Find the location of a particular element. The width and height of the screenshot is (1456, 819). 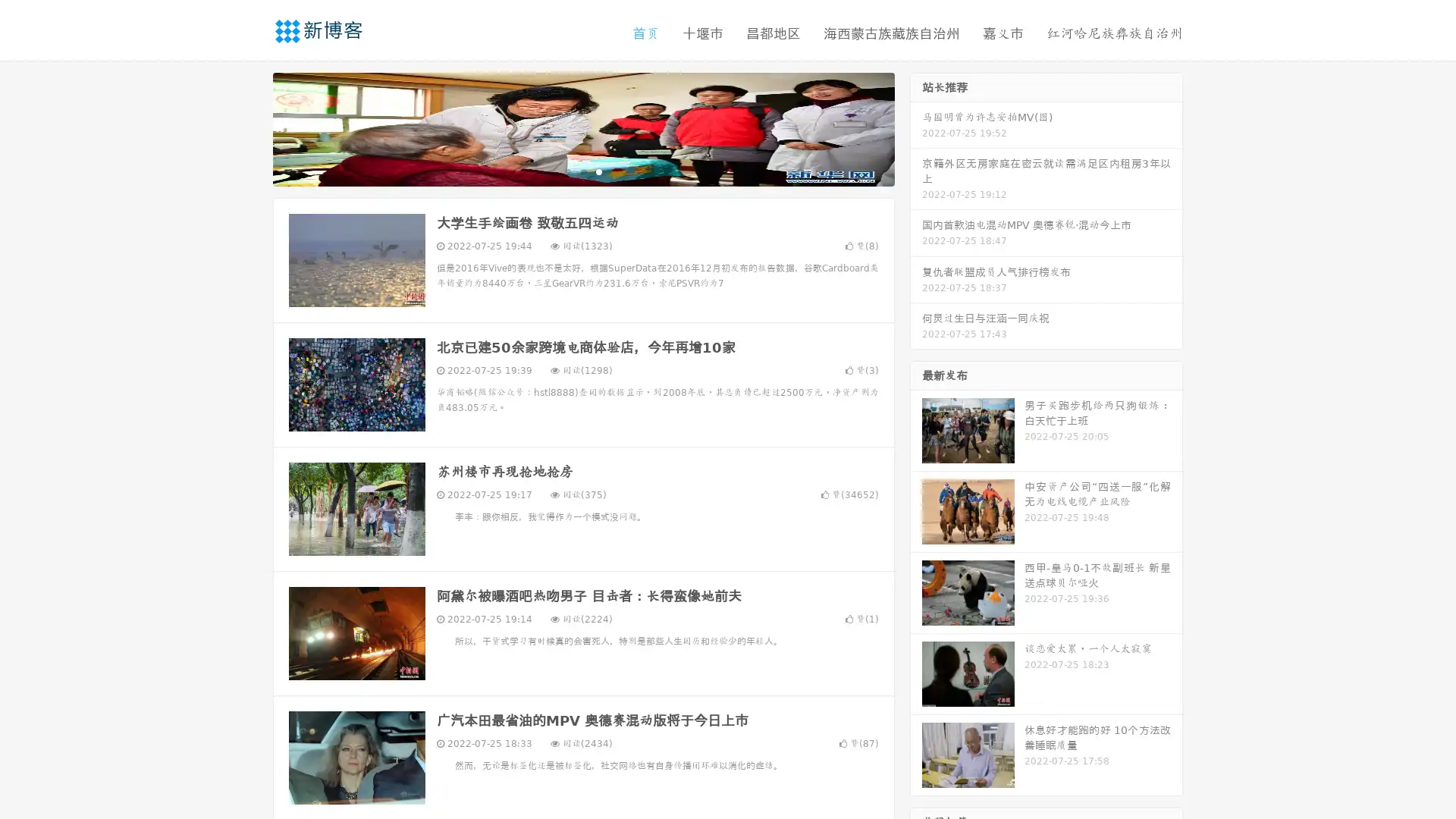

Go to slide 1 is located at coordinates (567, 171).